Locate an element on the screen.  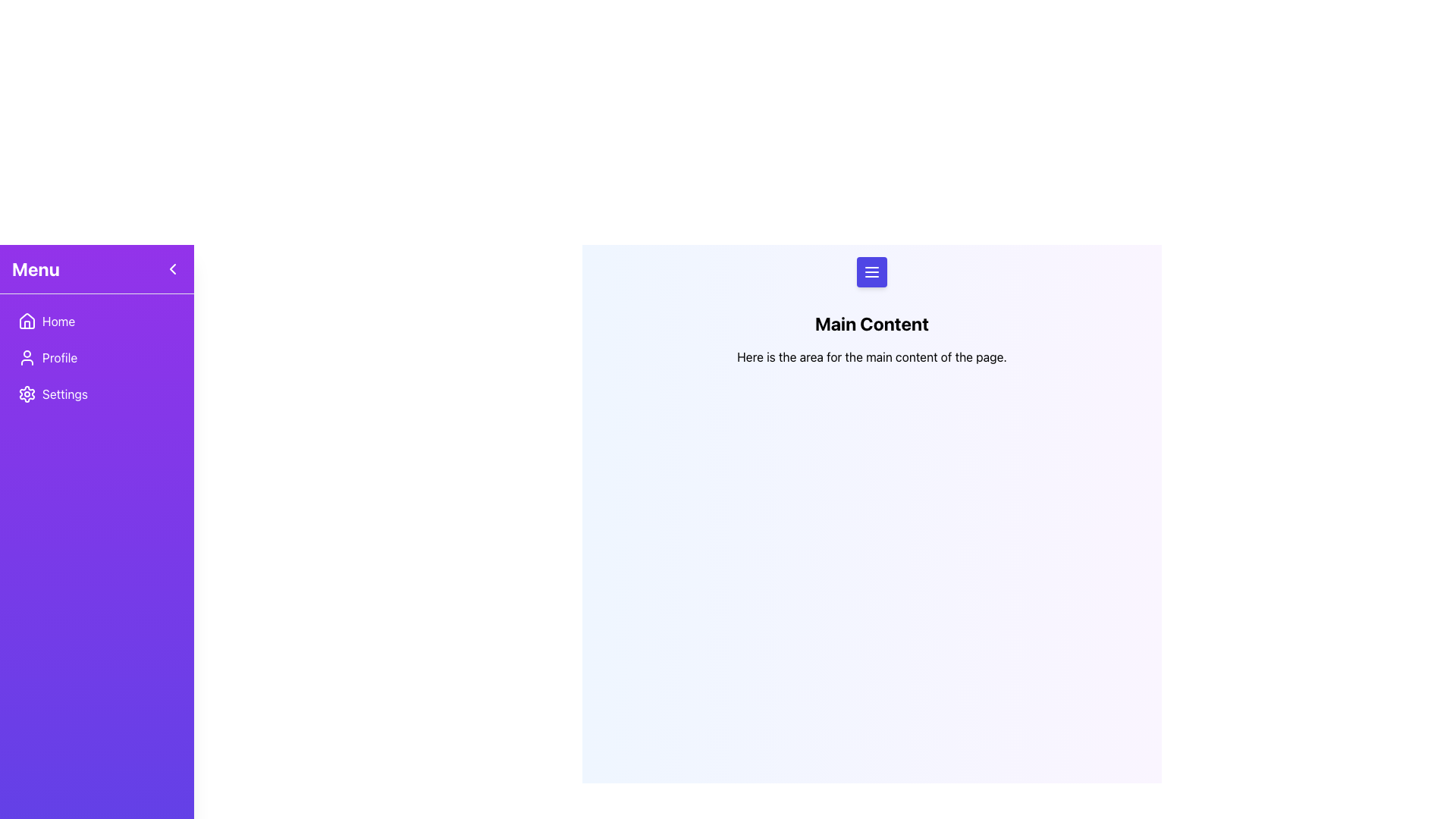
the hamburger menu icon with a purple background and white lines is located at coordinates (872, 271).